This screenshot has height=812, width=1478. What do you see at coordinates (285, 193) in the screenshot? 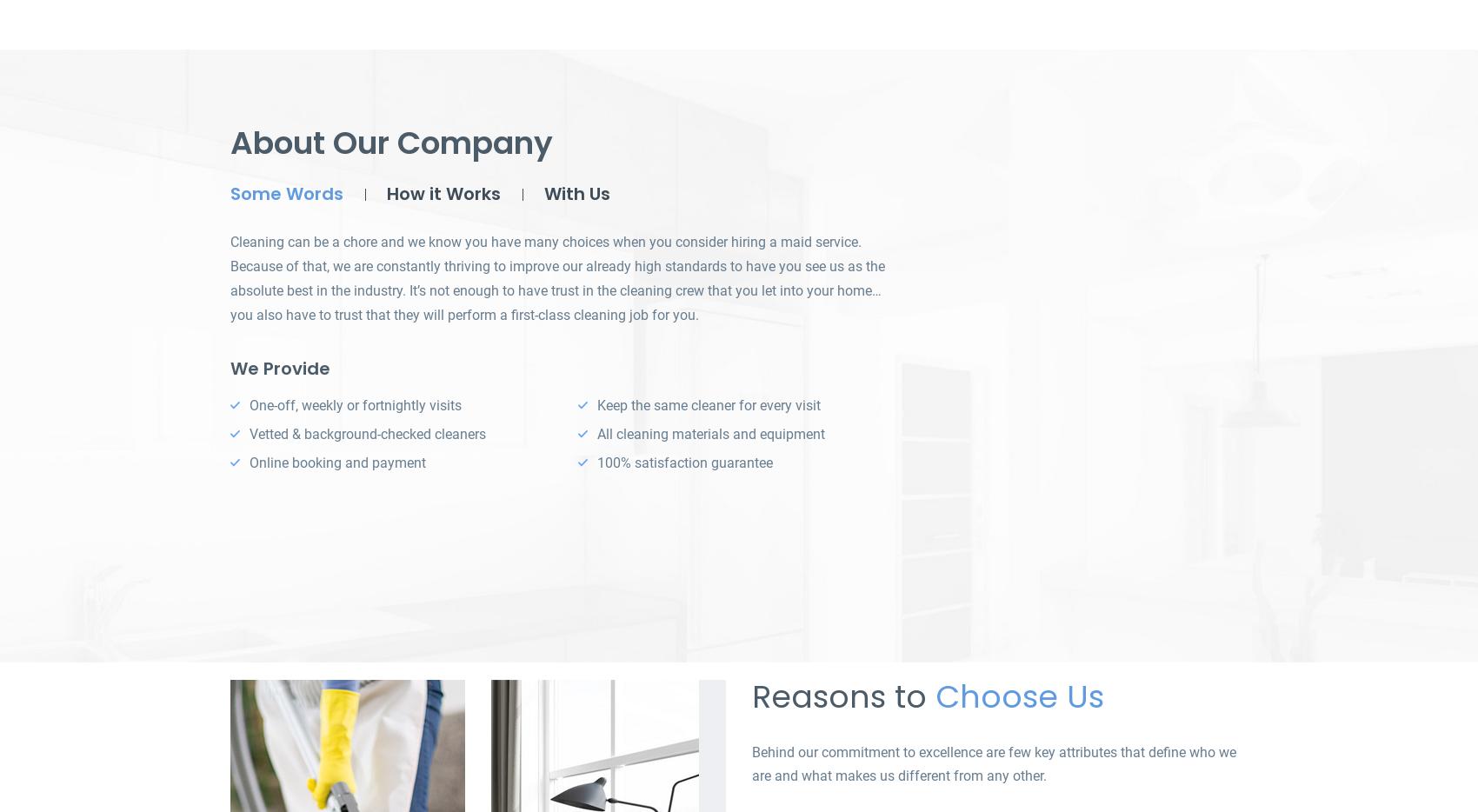
I see `'Some Words'` at bounding box center [285, 193].